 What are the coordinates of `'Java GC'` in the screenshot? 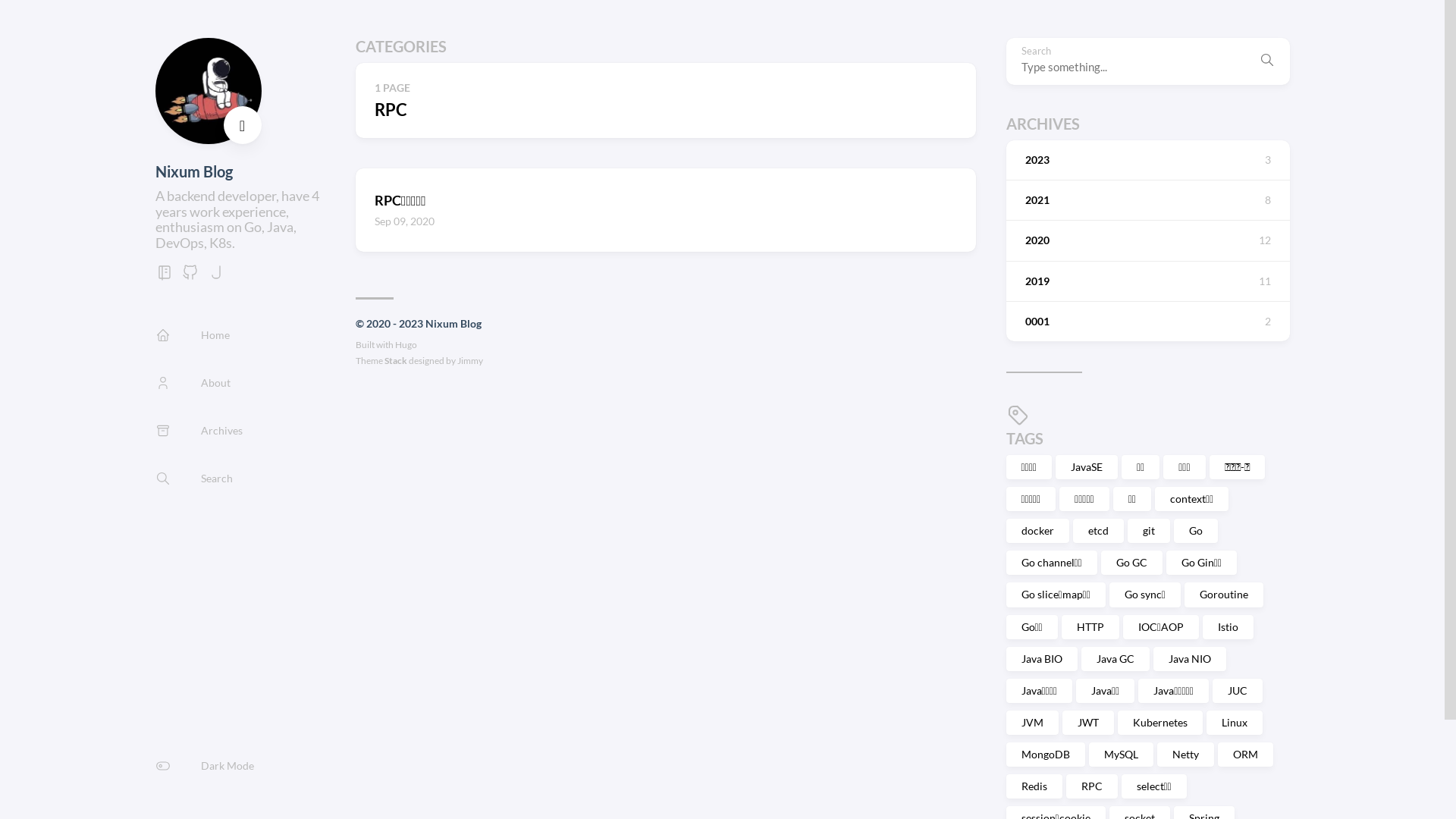 It's located at (1115, 657).